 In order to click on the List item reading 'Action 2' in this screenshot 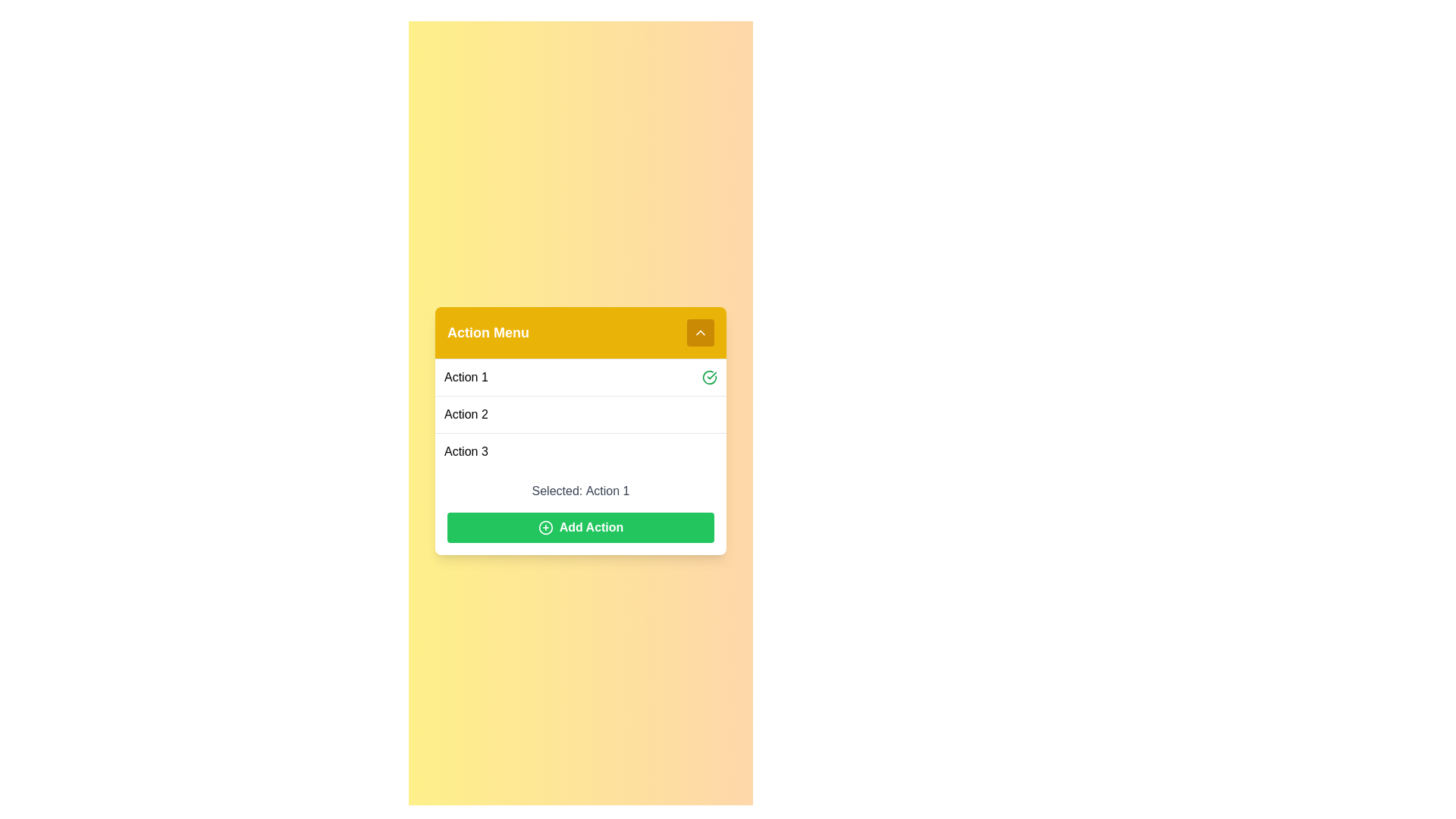, I will do `click(580, 414)`.